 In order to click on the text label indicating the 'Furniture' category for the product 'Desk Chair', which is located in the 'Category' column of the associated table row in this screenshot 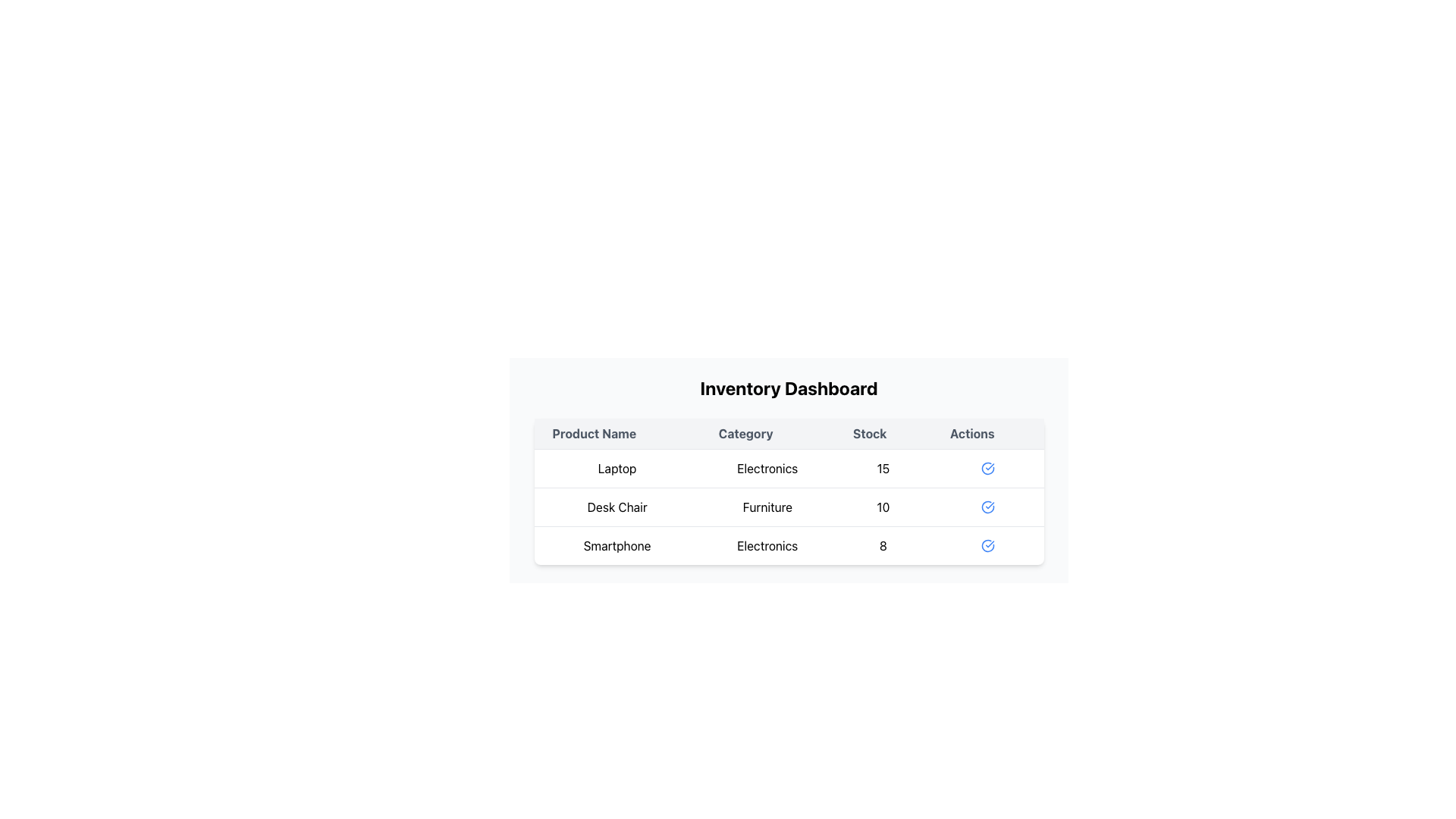, I will do `click(767, 507)`.